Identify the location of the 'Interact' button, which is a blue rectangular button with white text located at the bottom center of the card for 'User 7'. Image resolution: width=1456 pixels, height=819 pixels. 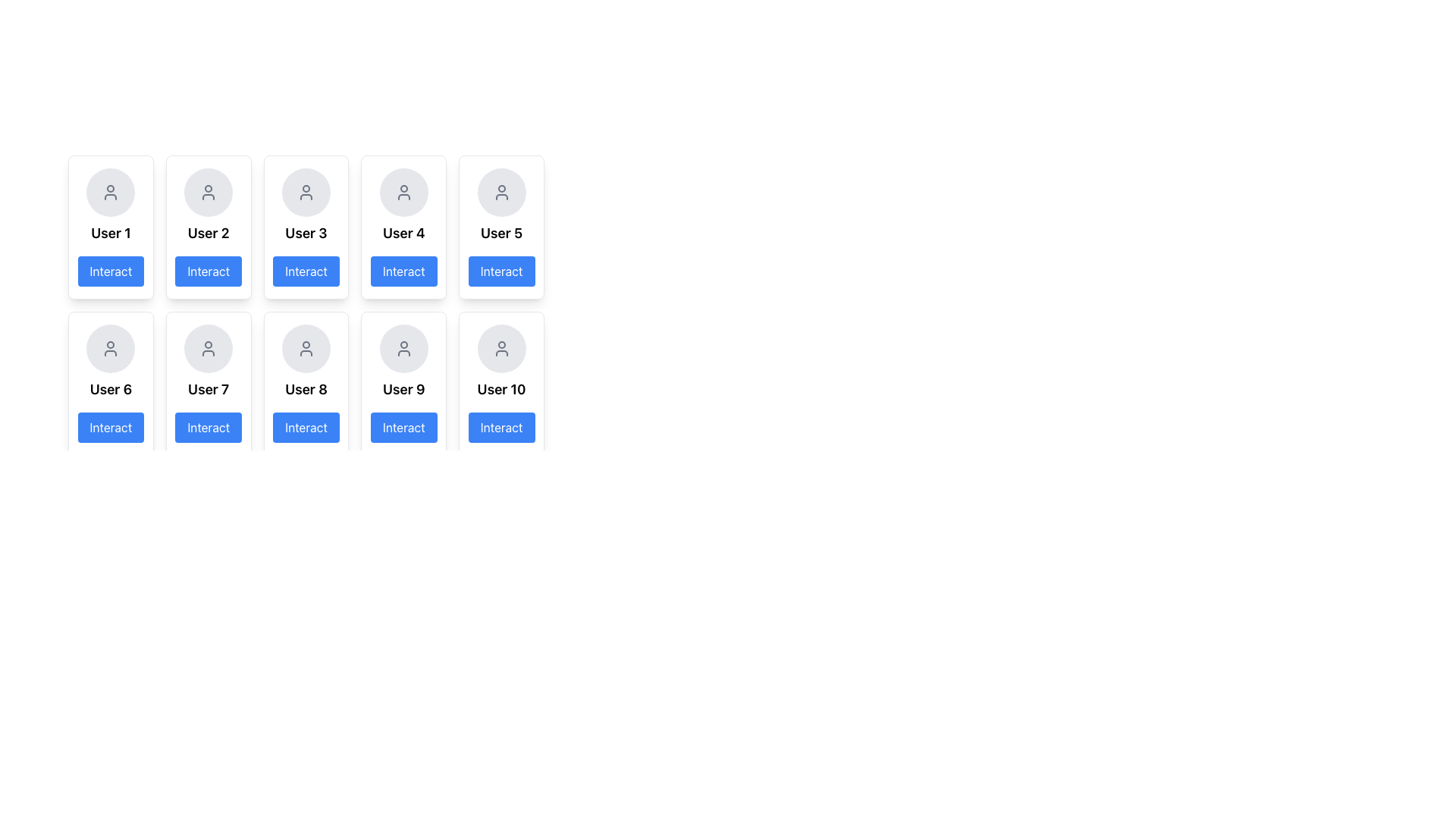
(208, 427).